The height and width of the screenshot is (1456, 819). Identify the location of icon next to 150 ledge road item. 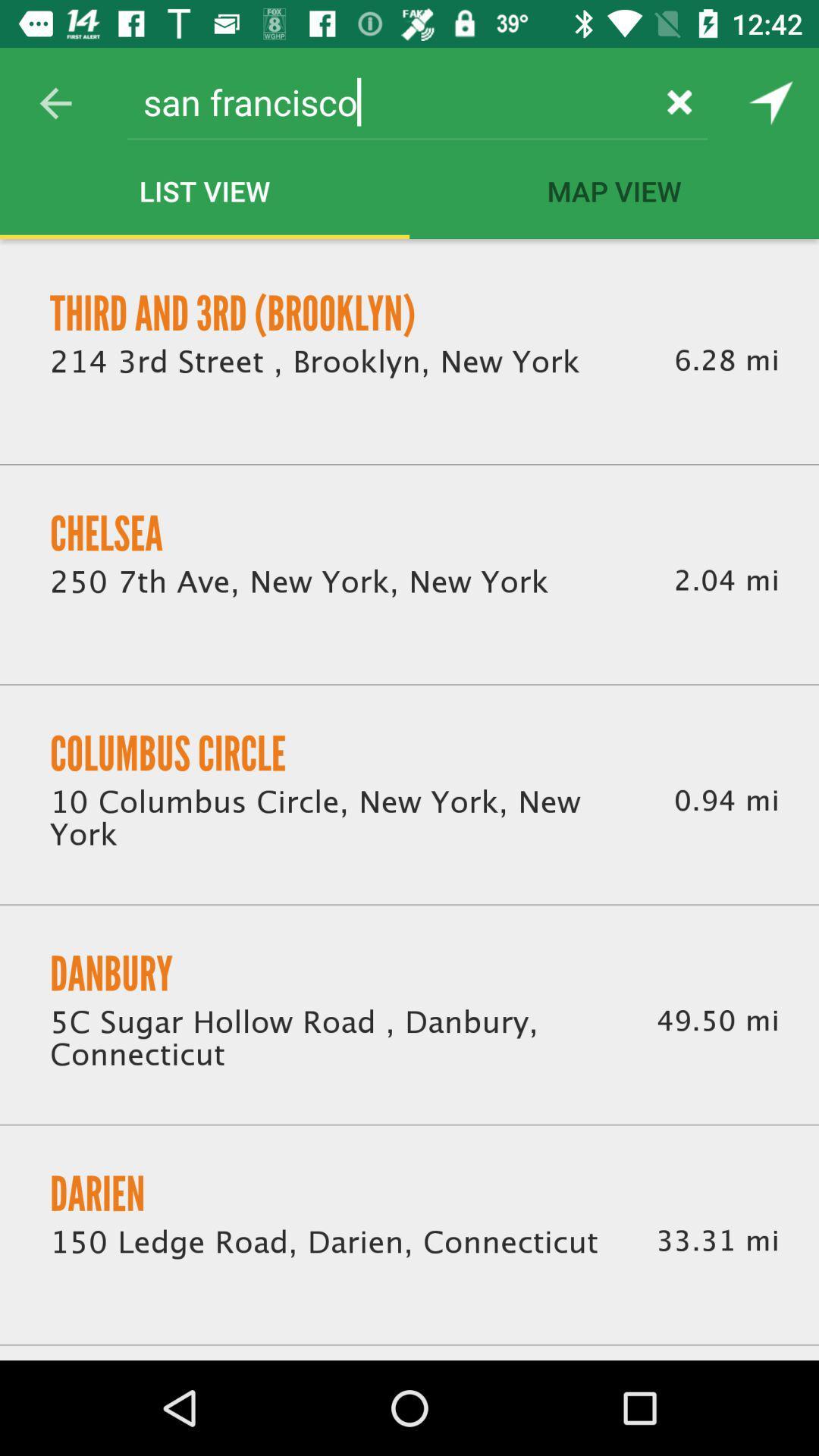
(717, 1241).